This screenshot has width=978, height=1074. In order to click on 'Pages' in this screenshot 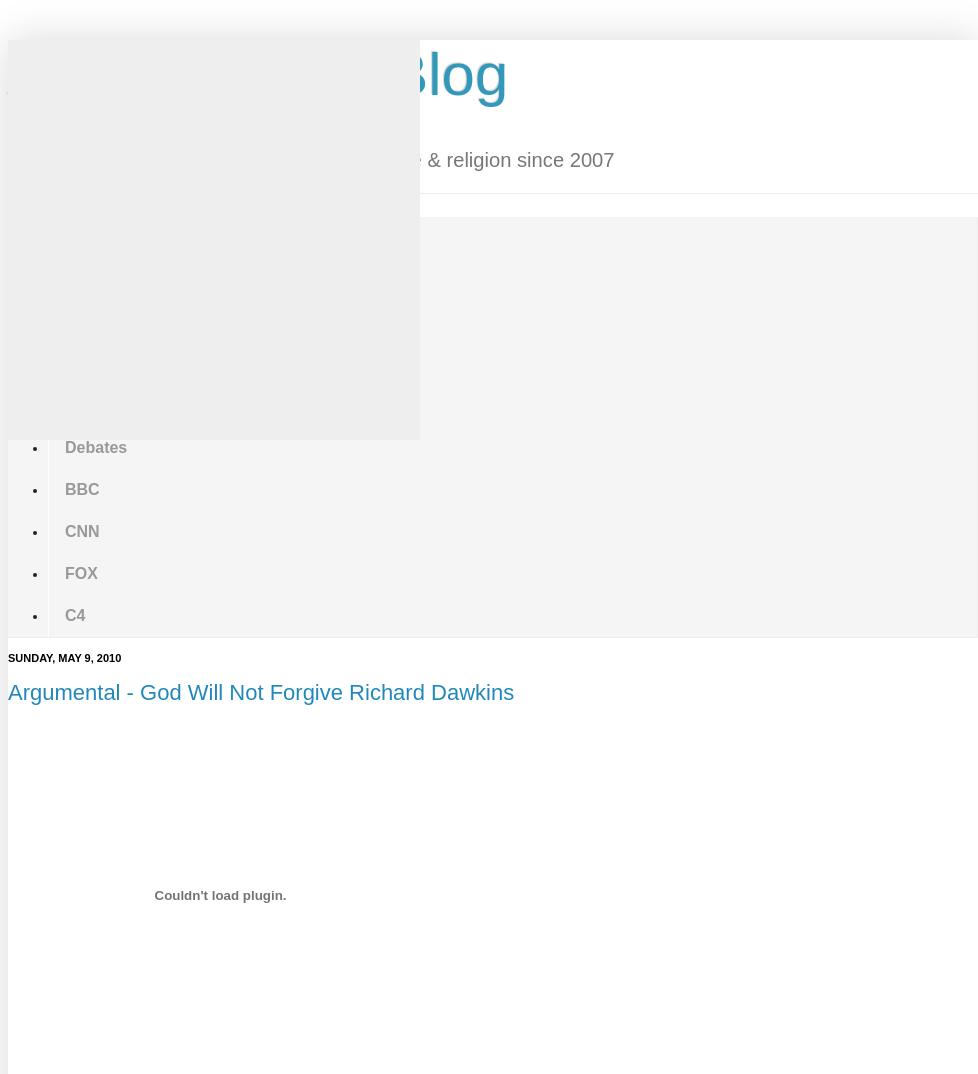, I will do `click(26, 199)`.